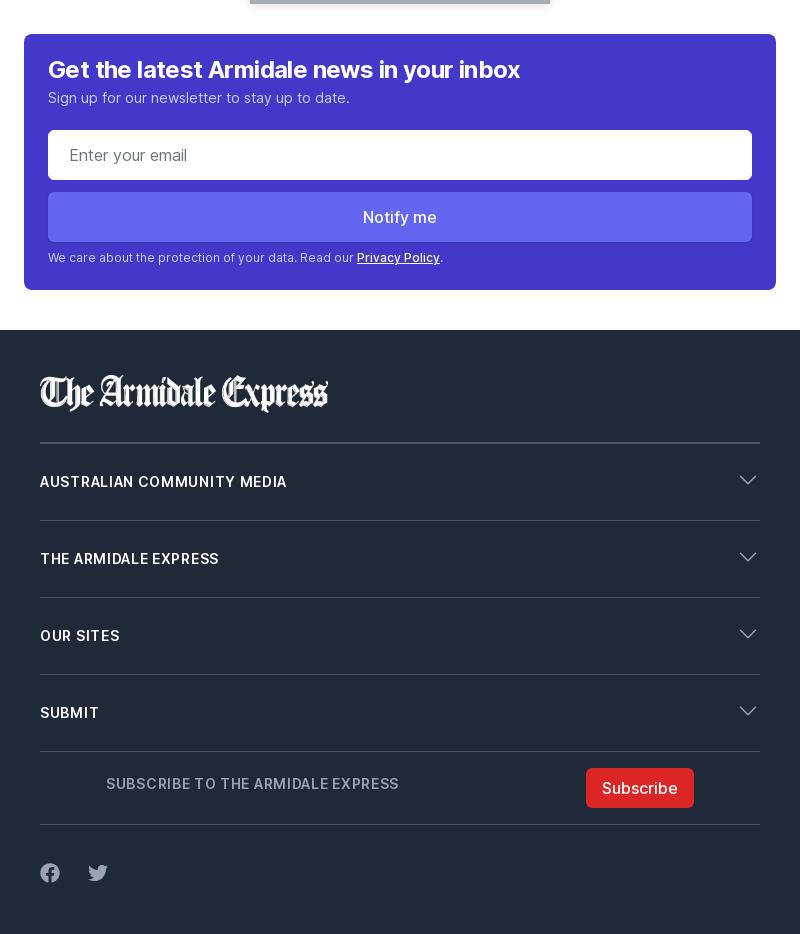 This screenshot has height=934, width=800. I want to click on 'Help Centre', so click(80, 717).